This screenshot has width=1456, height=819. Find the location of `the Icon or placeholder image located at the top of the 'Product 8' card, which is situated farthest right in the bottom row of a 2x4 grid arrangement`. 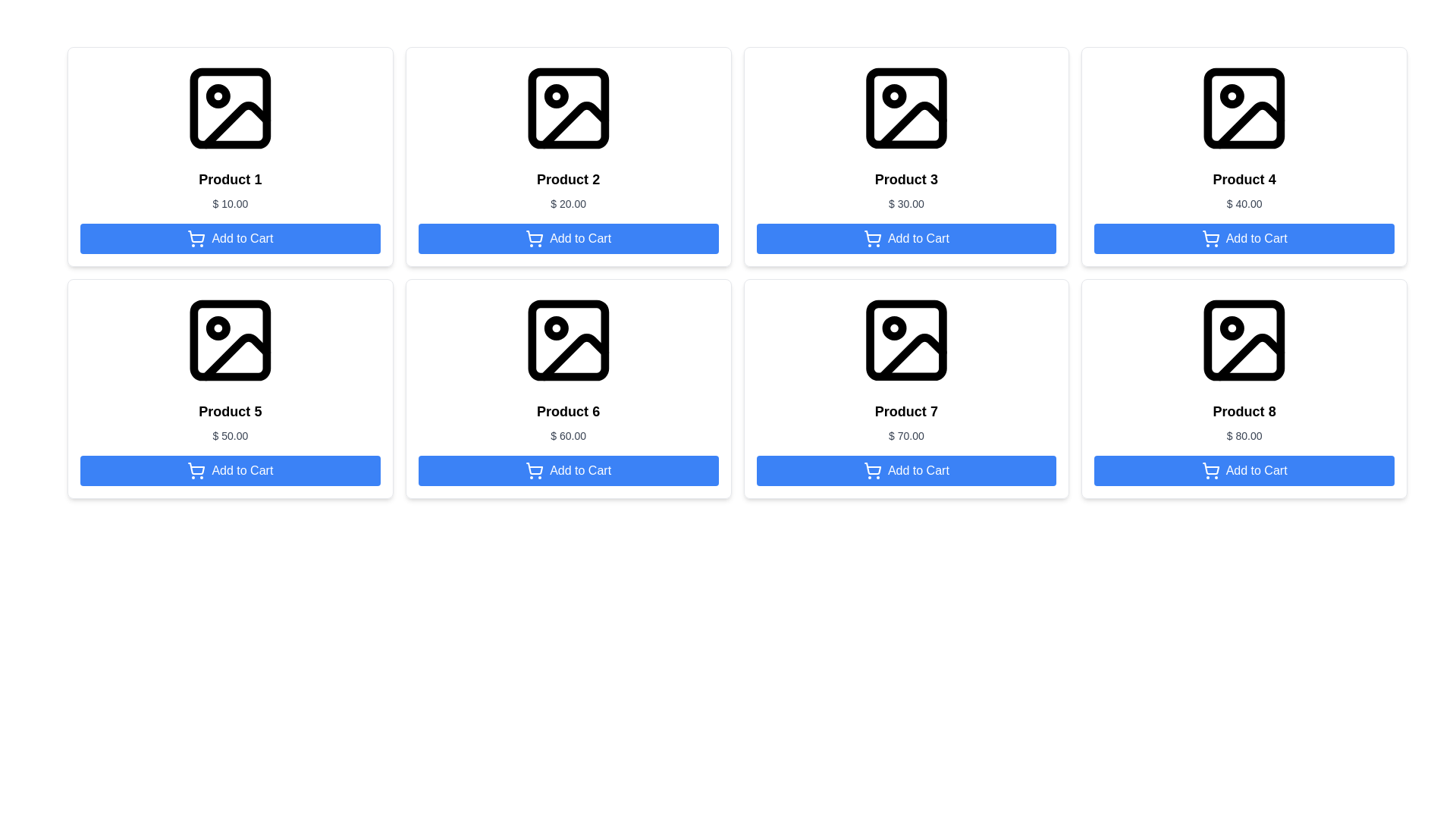

the Icon or placeholder image located at the top of the 'Product 8' card, which is situated farthest right in the bottom row of a 2x4 grid arrangement is located at coordinates (1244, 339).